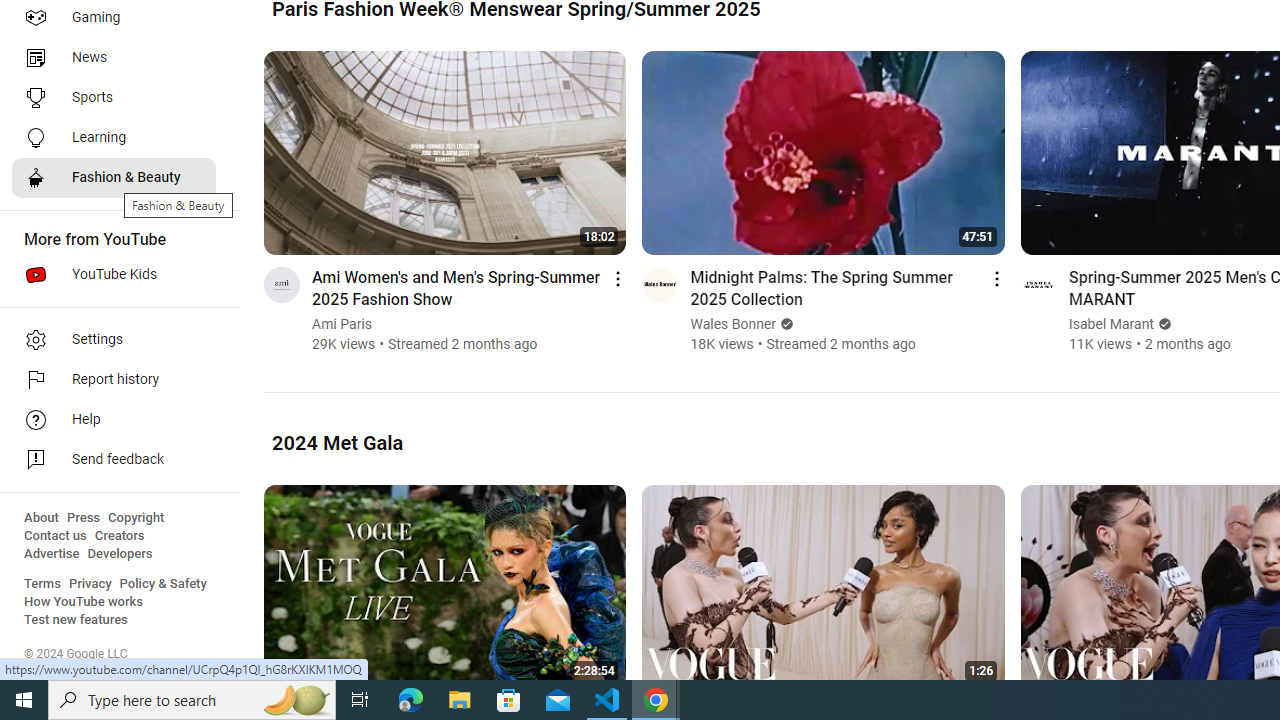 This screenshot has width=1280, height=720. Describe the element at coordinates (337, 441) in the screenshot. I see `'2024 Met Gala'` at that location.